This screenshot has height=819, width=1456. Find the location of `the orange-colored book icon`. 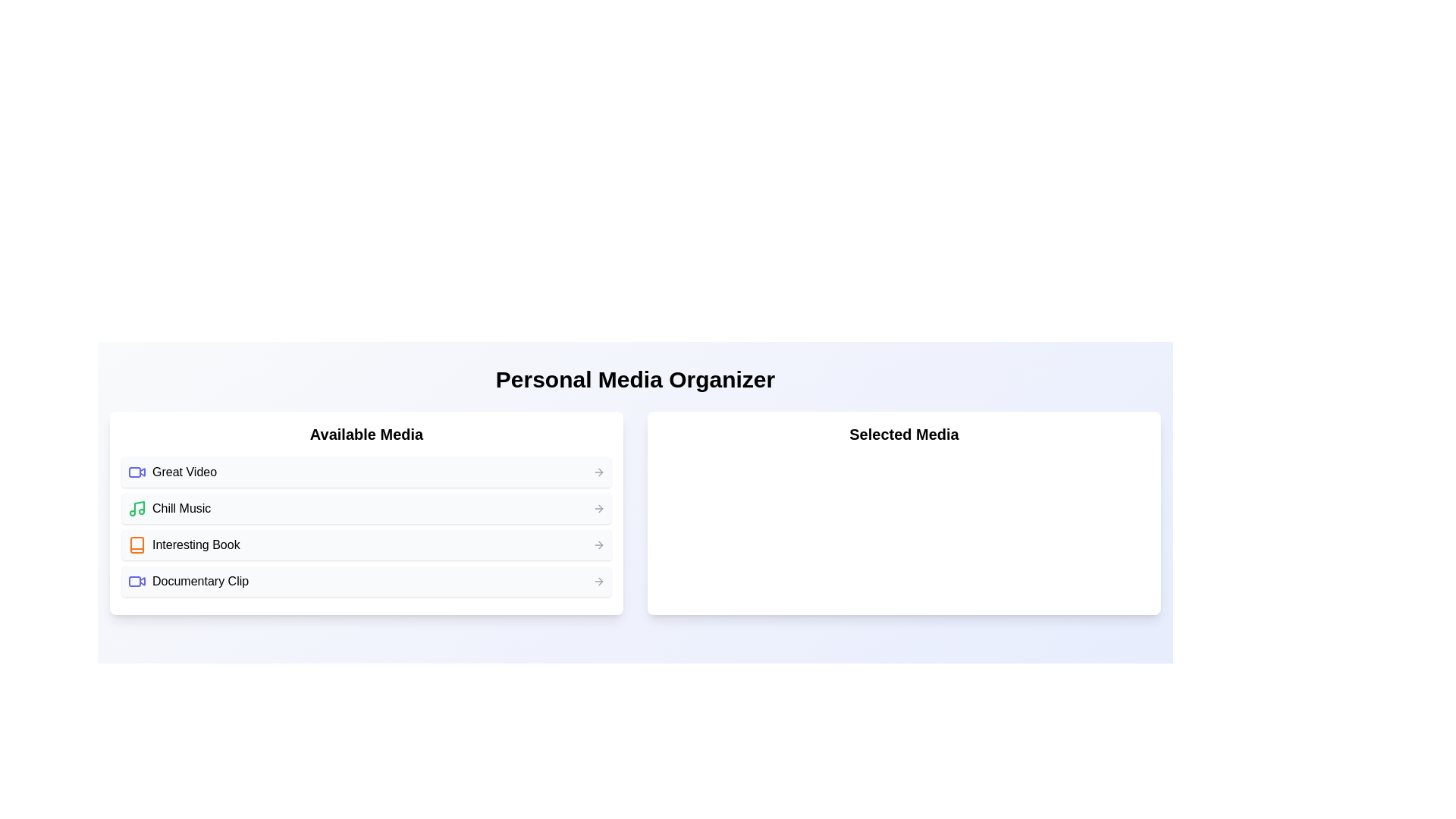

the orange-colored book icon is located at coordinates (137, 544).